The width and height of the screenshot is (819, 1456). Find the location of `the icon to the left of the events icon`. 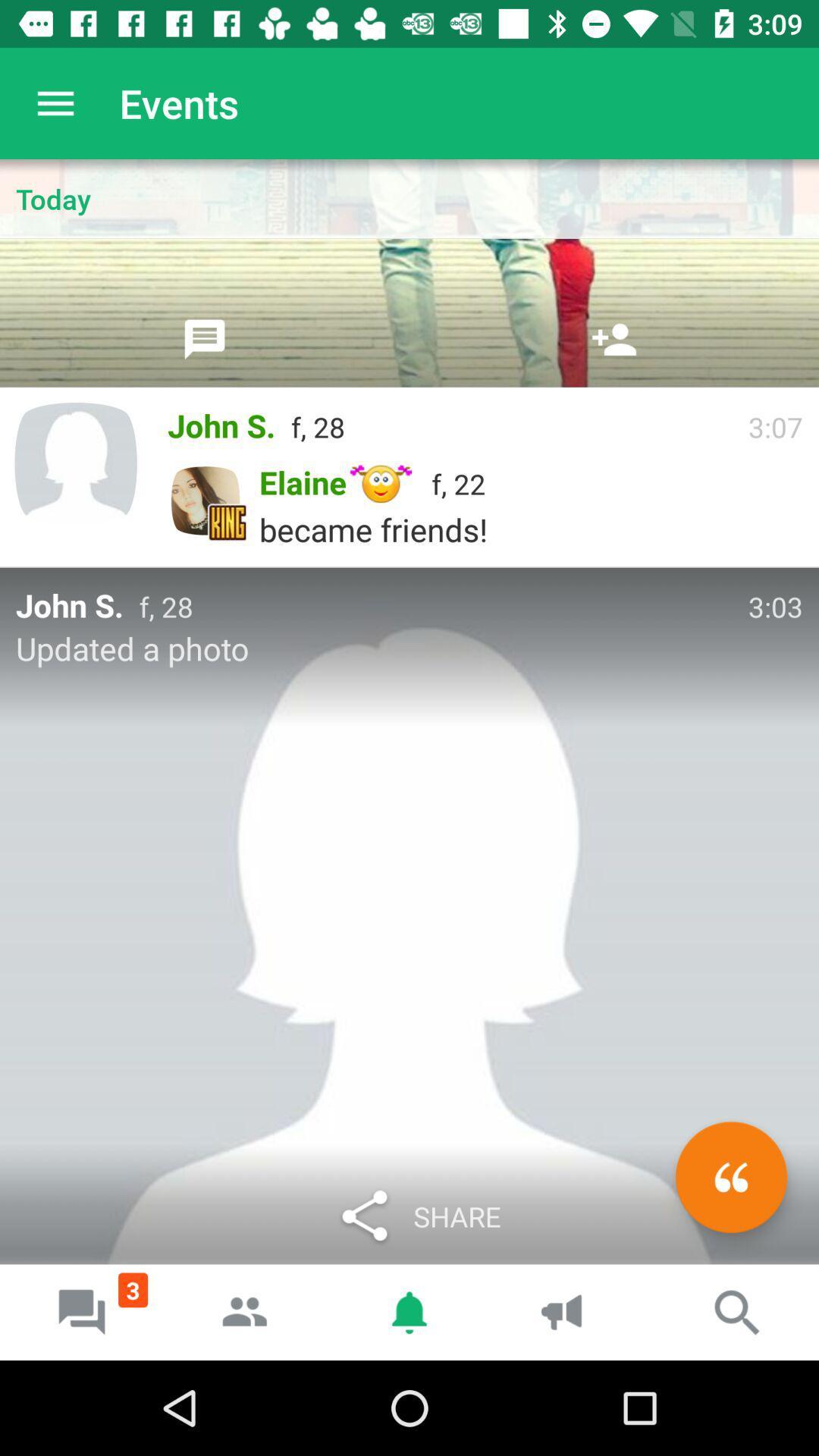

the icon to the left of the events icon is located at coordinates (55, 102).